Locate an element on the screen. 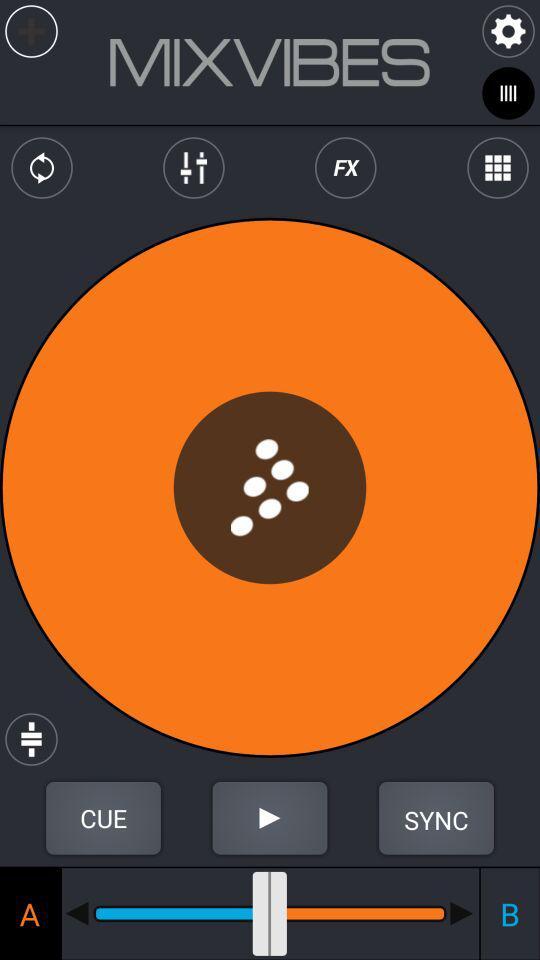 This screenshot has height=960, width=540. move slider left is located at coordinates (76, 913).